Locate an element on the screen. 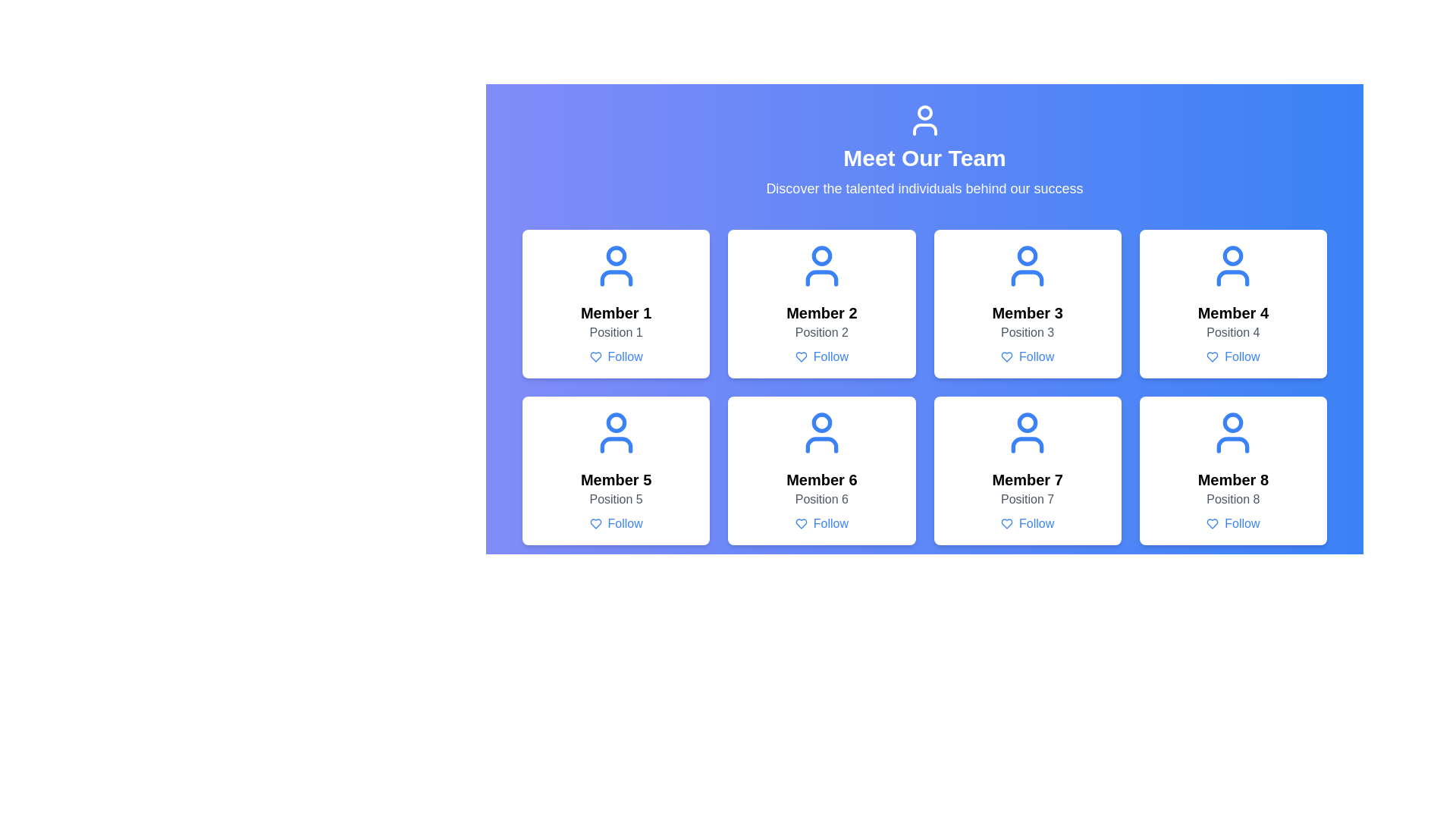 This screenshot has height=819, width=1456. the text label displaying 'Position 5', which is styled in gray and located below the 'Member 5' title and above the 'Follow' button is located at coordinates (616, 500).